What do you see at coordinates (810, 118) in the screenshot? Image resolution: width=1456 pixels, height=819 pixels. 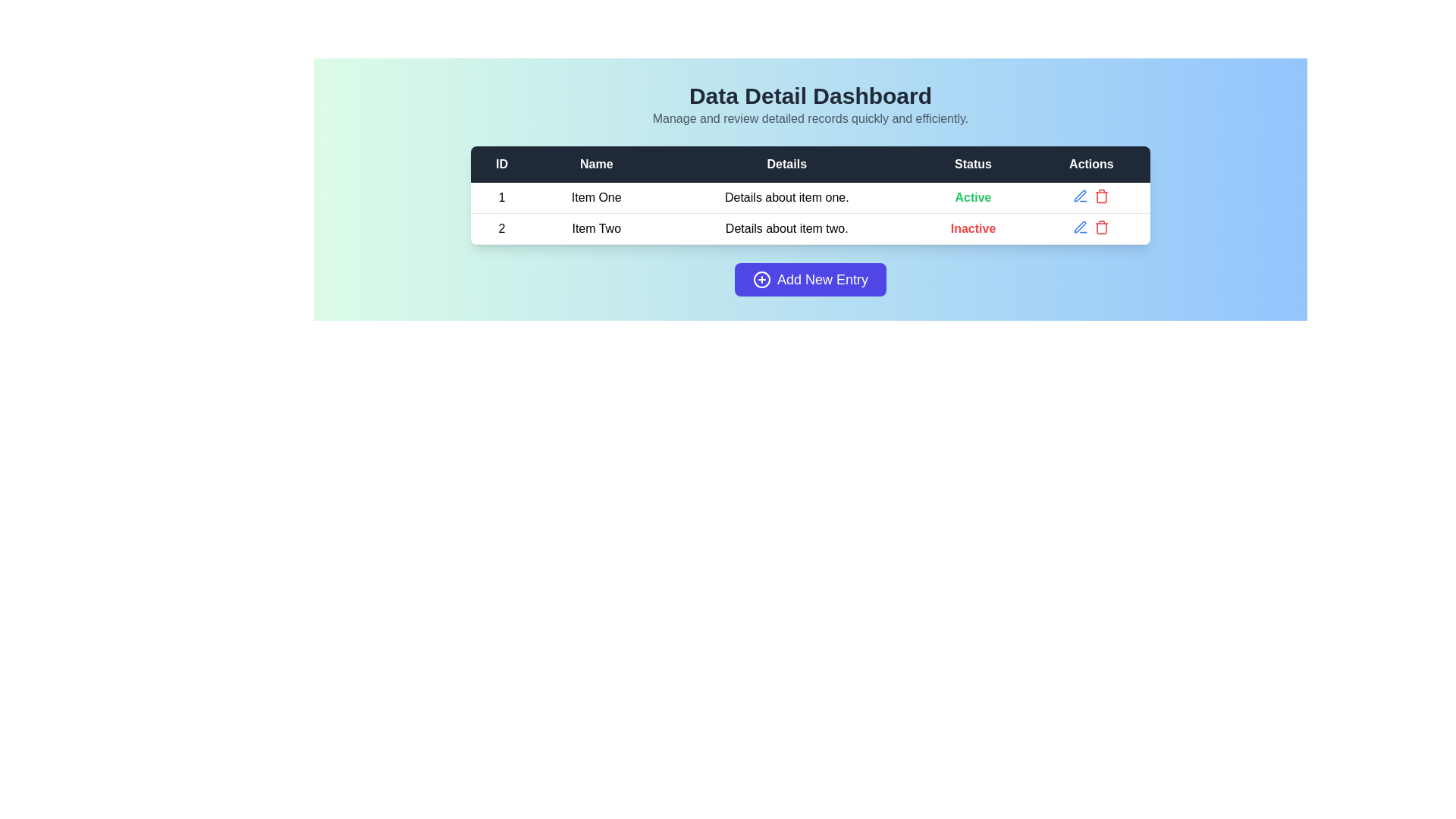 I see `the descriptive subheading text that summarizes the functionality of the dashboard interface, located directly below the title 'Data Detail Dashboard'` at bounding box center [810, 118].